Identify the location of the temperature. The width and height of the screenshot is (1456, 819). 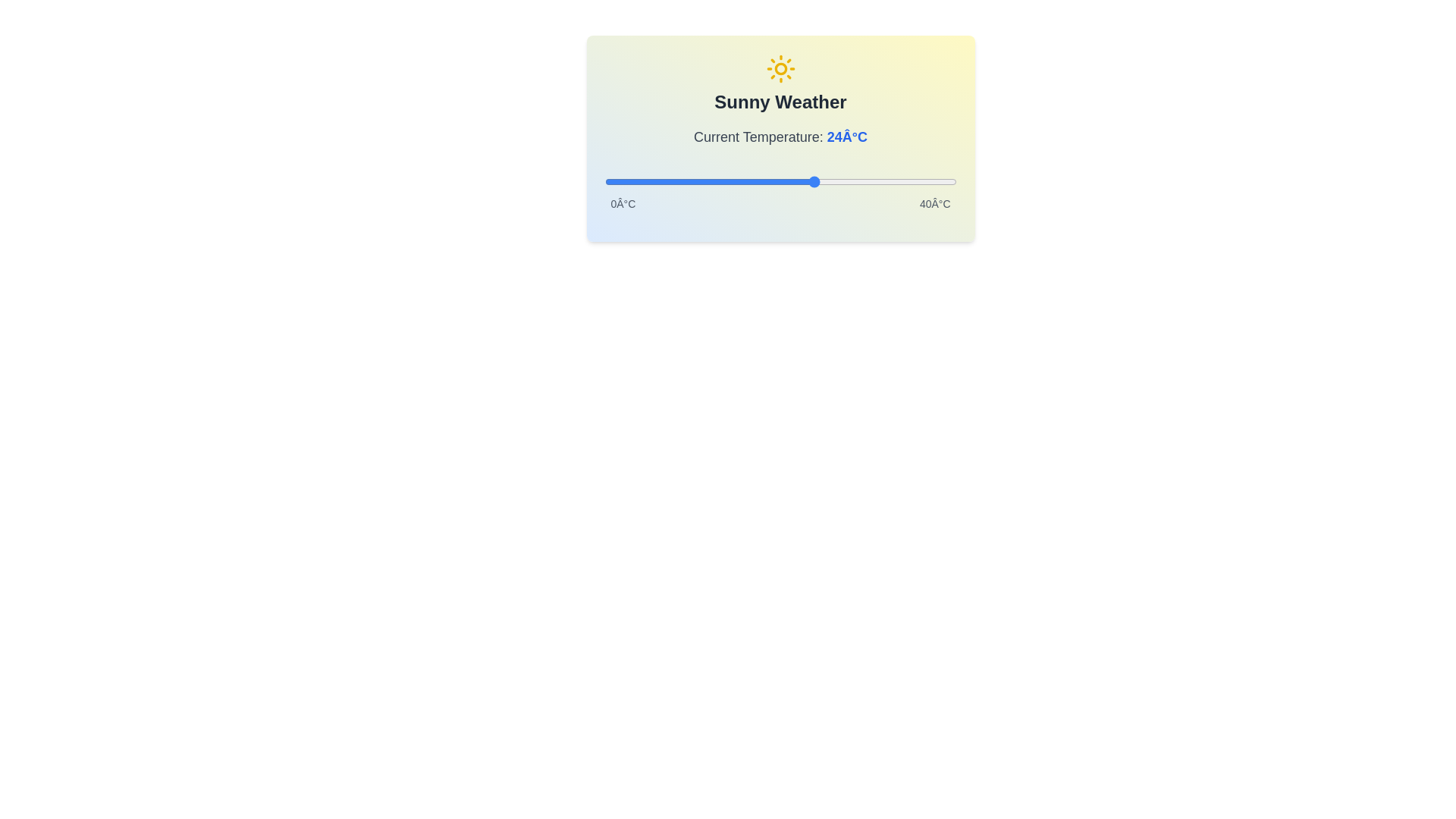
(814, 180).